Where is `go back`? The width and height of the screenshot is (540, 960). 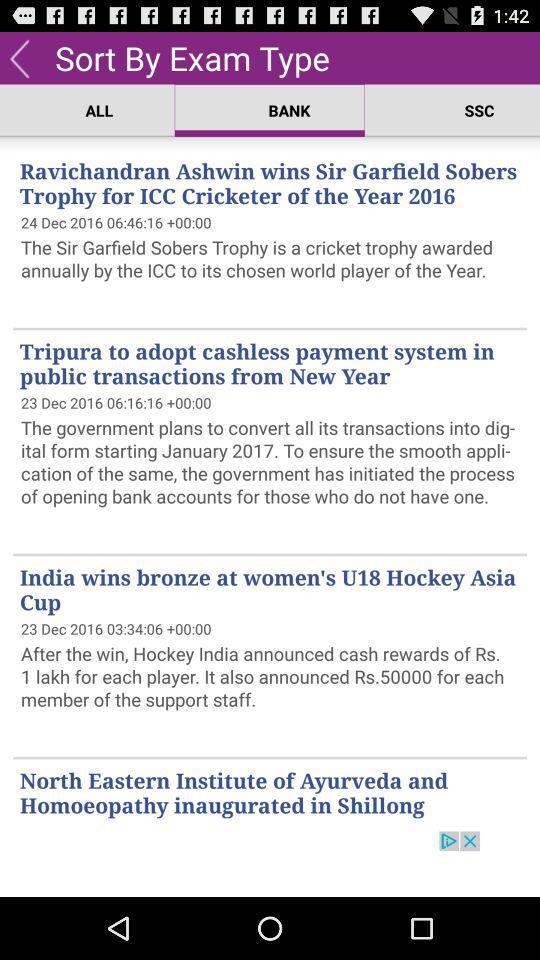 go back is located at coordinates (18, 56).